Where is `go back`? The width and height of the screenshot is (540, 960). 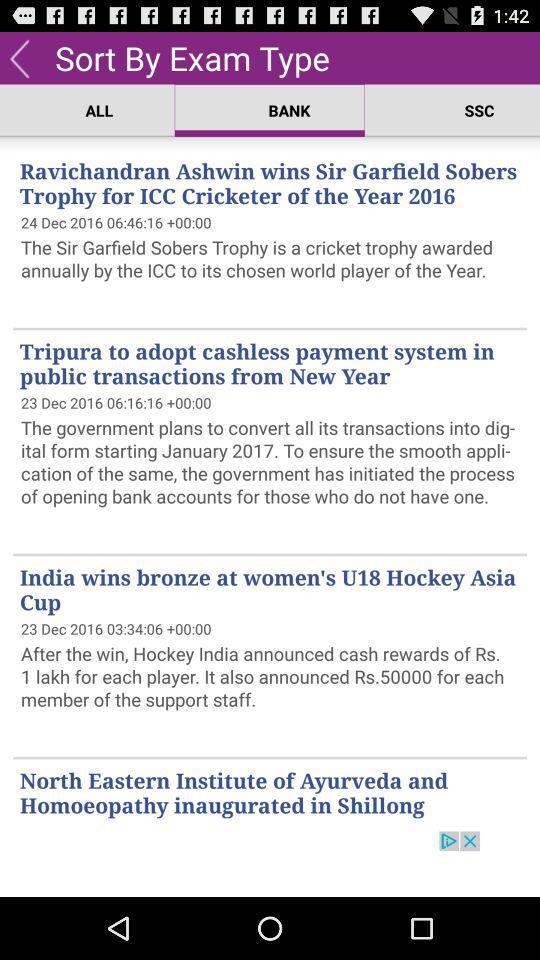 go back is located at coordinates (18, 56).